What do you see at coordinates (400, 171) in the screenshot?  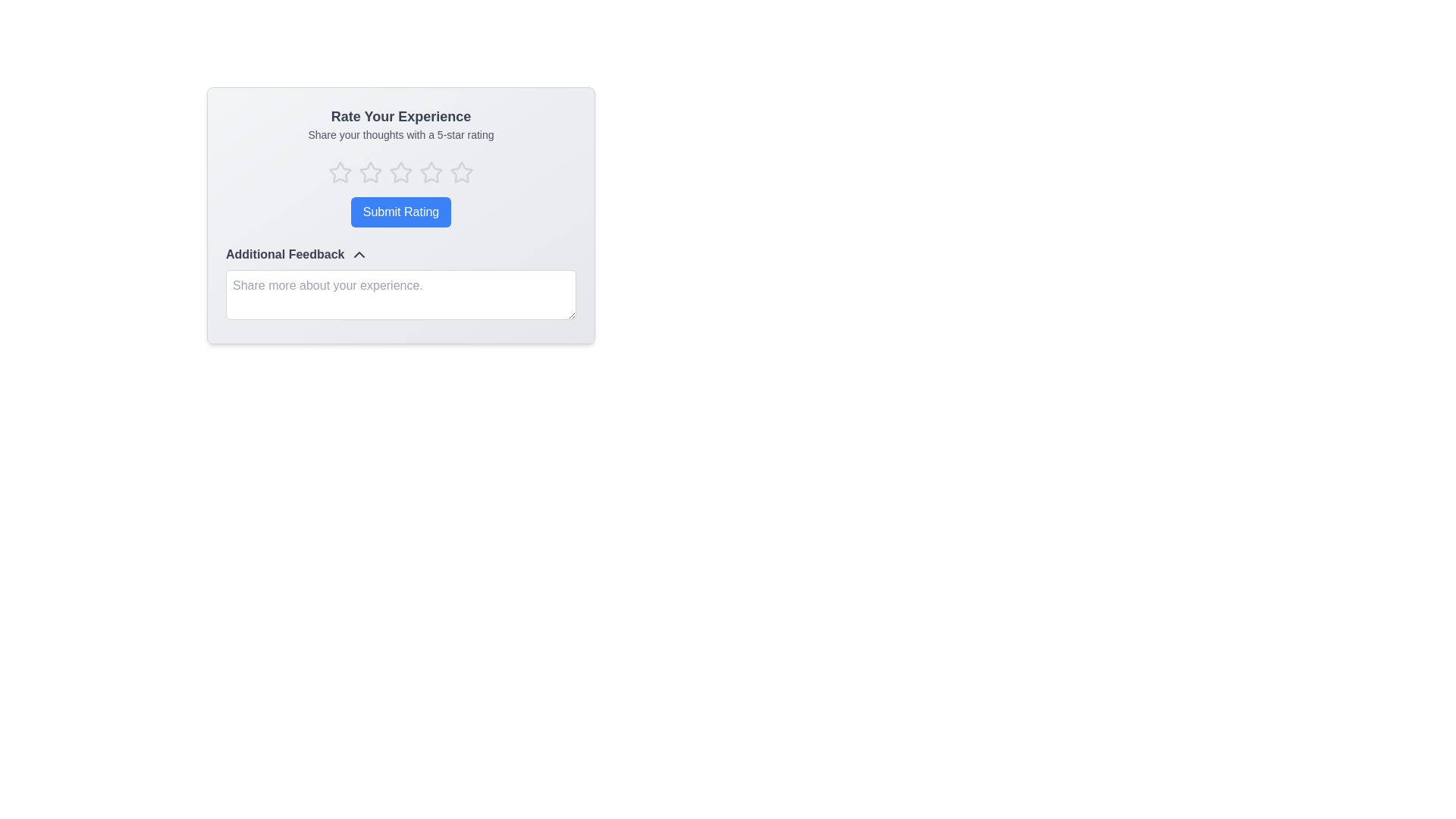 I see `across the five outlined stars in the rating component` at bounding box center [400, 171].